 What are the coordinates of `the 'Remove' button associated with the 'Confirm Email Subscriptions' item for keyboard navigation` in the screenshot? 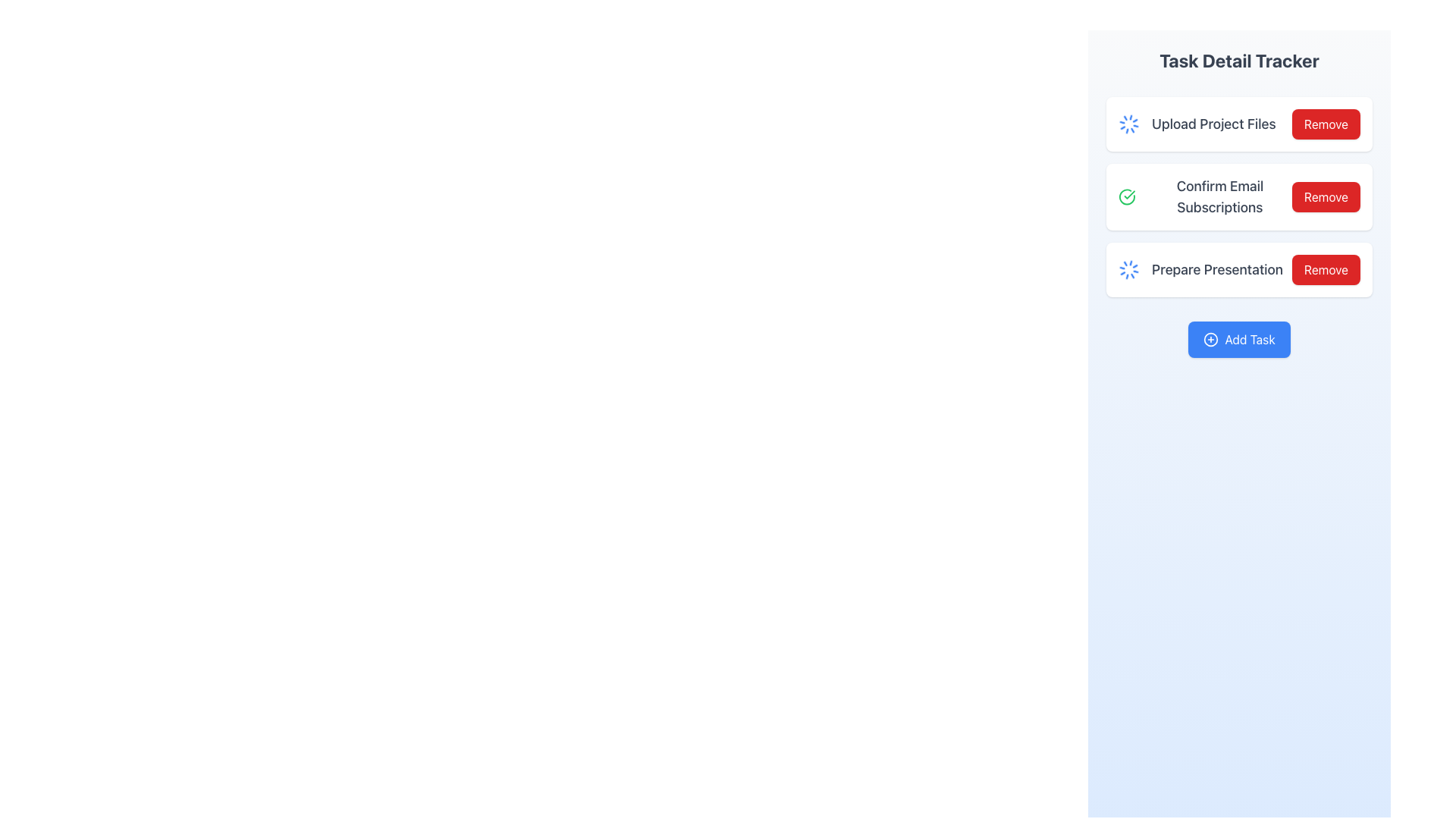 It's located at (1325, 196).